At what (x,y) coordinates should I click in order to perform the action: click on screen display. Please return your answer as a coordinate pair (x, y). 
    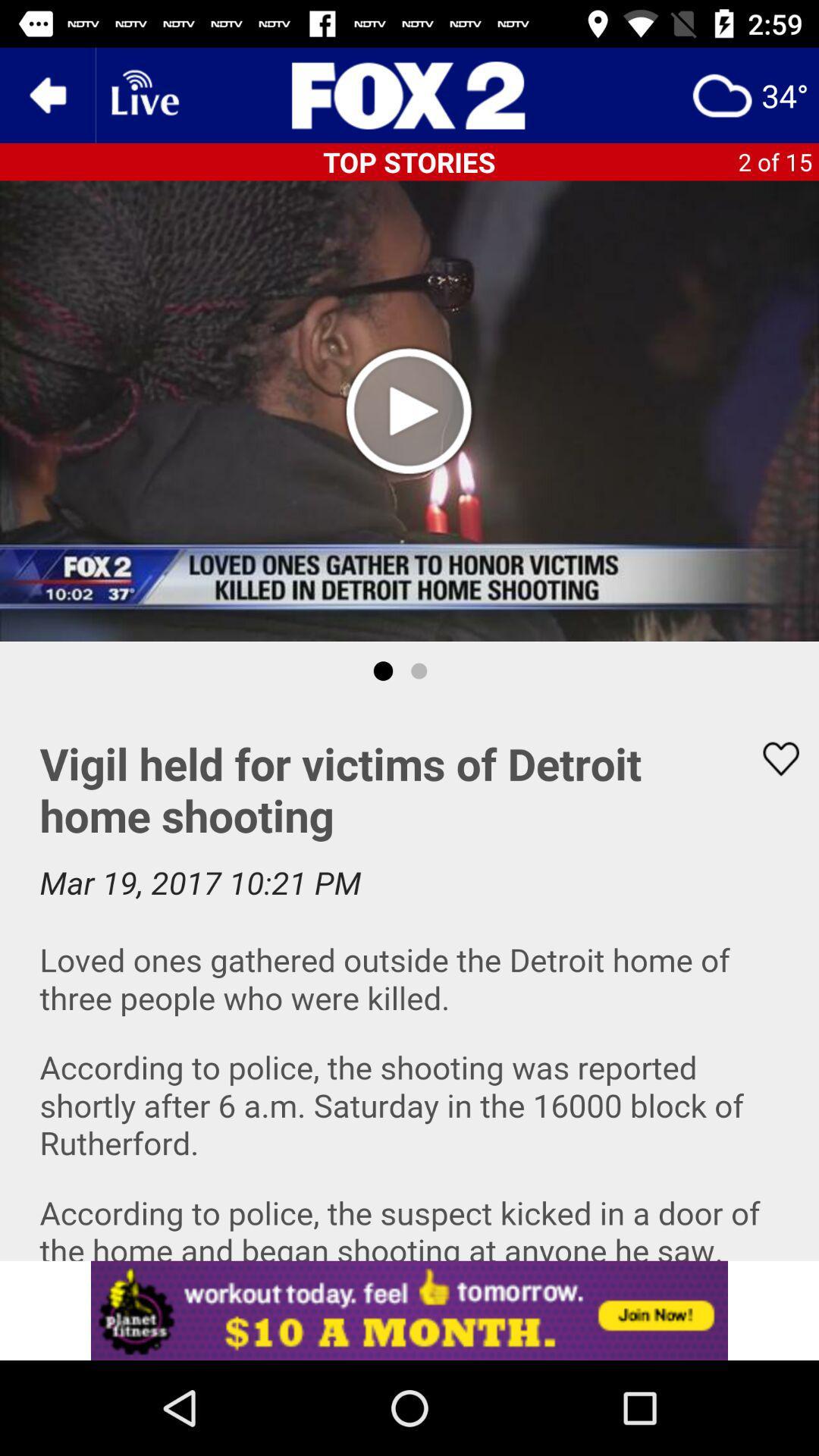
    Looking at the image, I should click on (409, 981).